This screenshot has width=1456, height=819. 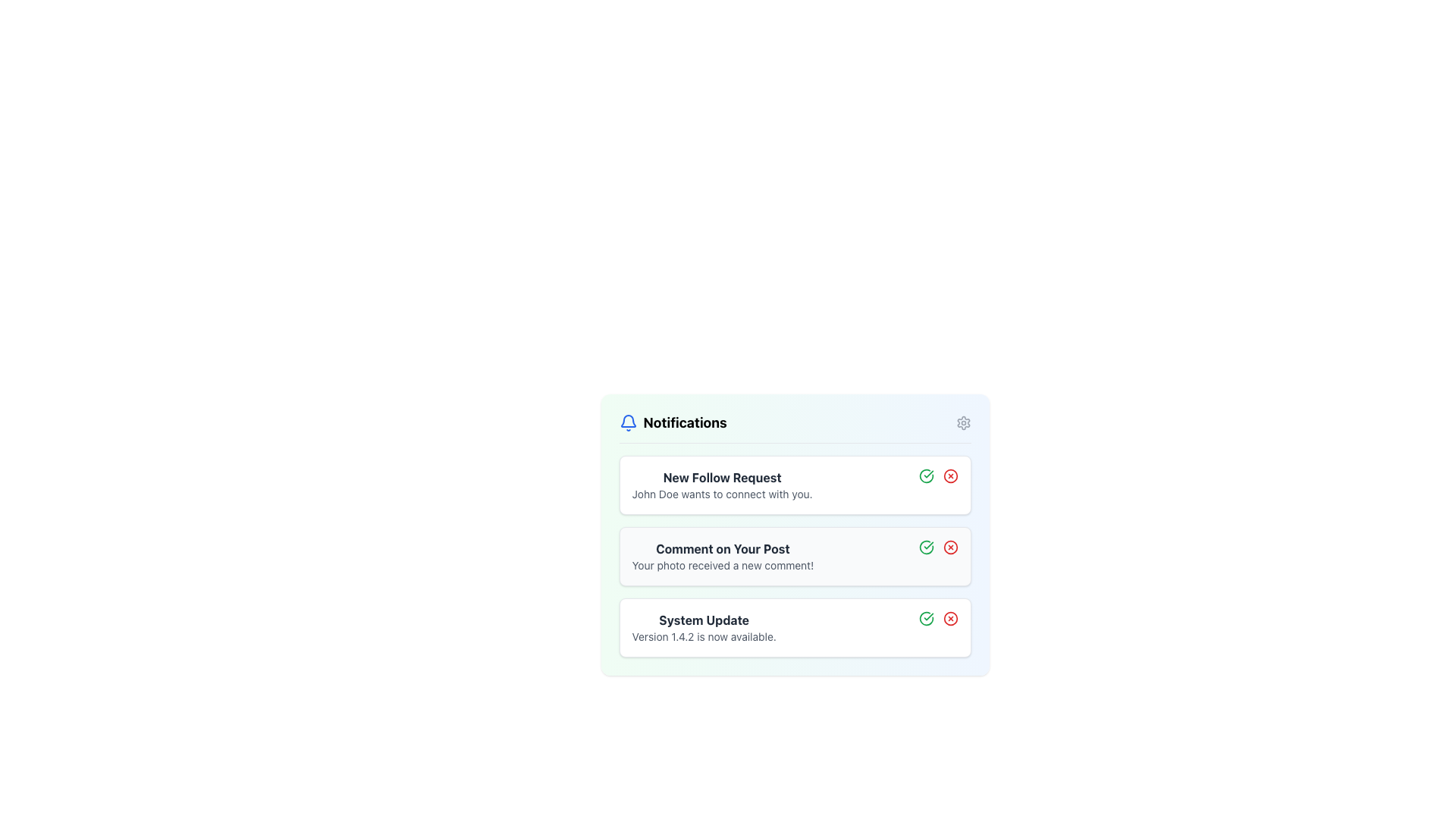 I want to click on the dismiss button located to the right of the 'Comment on Your Post' notification, so click(x=949, y=547).